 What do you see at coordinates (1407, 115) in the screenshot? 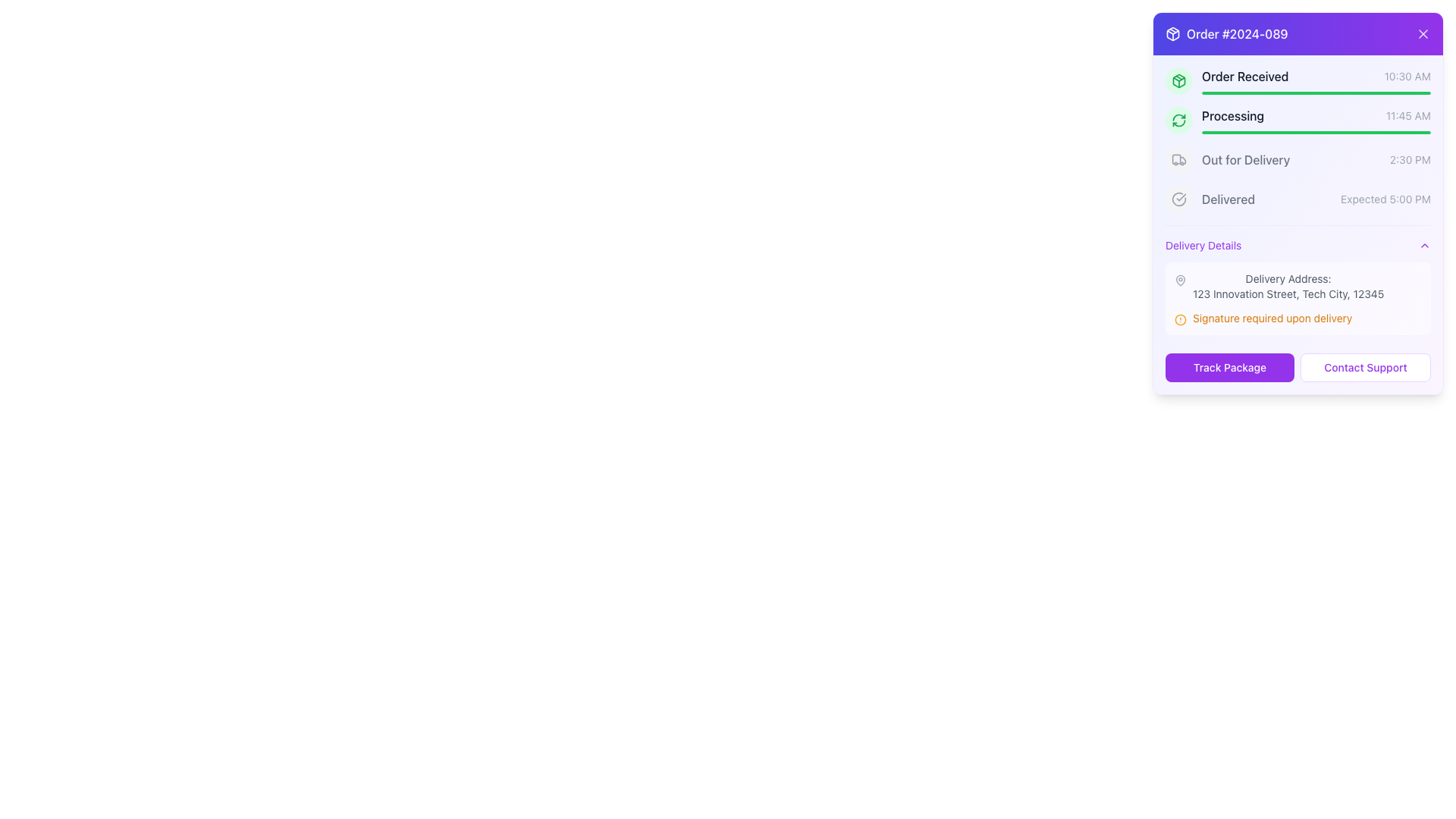
I see `the Text Label displaying '11:45 AM', which is located to the right of 'Processing' in the second entry of the timeline or status list` at bounding box center [1407, 115].